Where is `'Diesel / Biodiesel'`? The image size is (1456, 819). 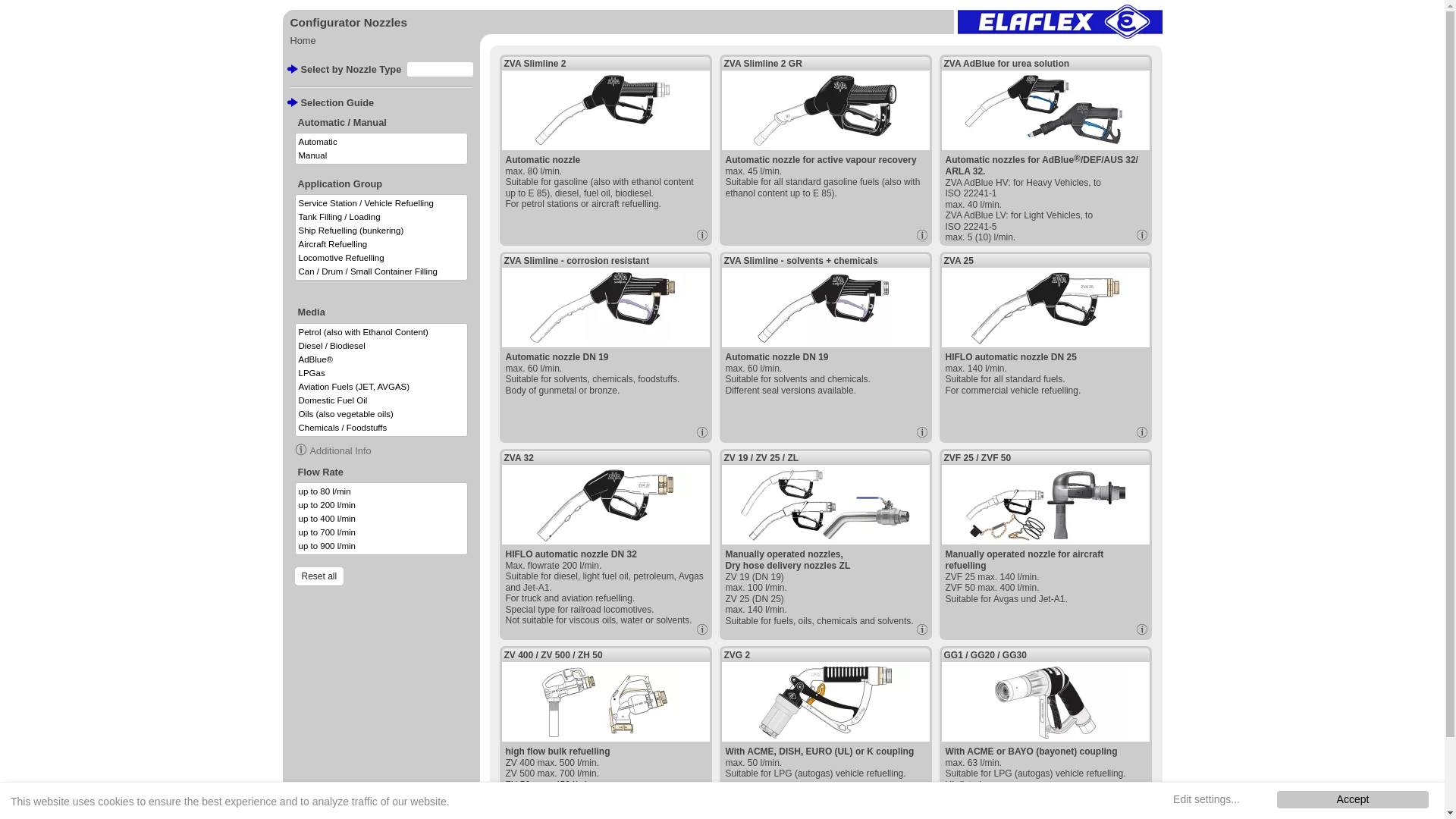
'Diesel / Biodiesel' is located at coordinates (381, 345).